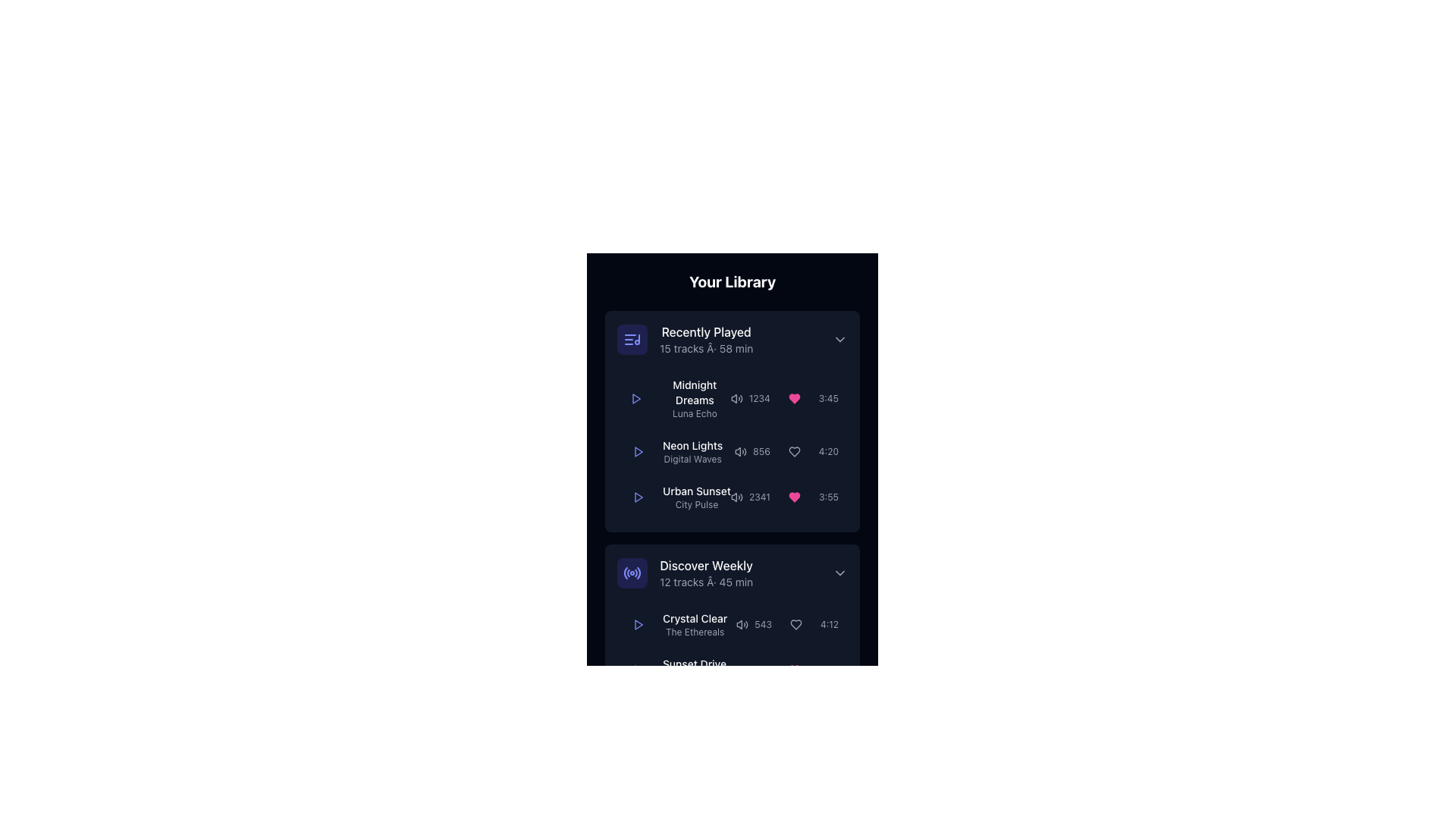 The image size is (1456, 819). What do you see at coordinates (742, 625) in the screenshot?
I see `the sound icon next to the song title 'Crystal Clear' in the 'Discover Weekly' playlist` at bounding box center [742, 625].